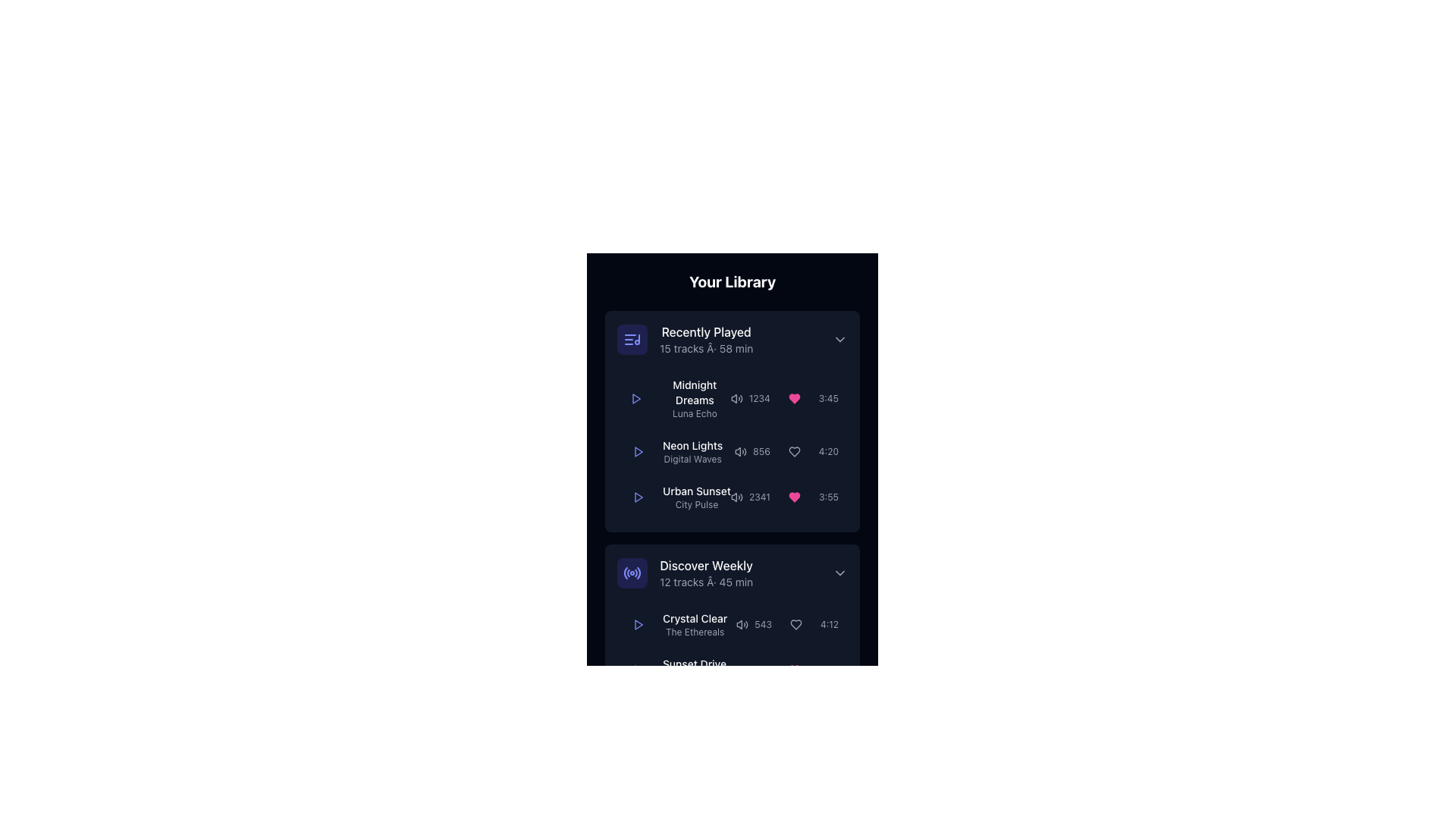 The image size is (1456, 819). What do you see at coordinates (742, 625) in the screenshot?
I see `the sound icon next to the song title 'Crystal Clear' in the 'Discover Weekly' playlist` at bounding box center [742, 625].